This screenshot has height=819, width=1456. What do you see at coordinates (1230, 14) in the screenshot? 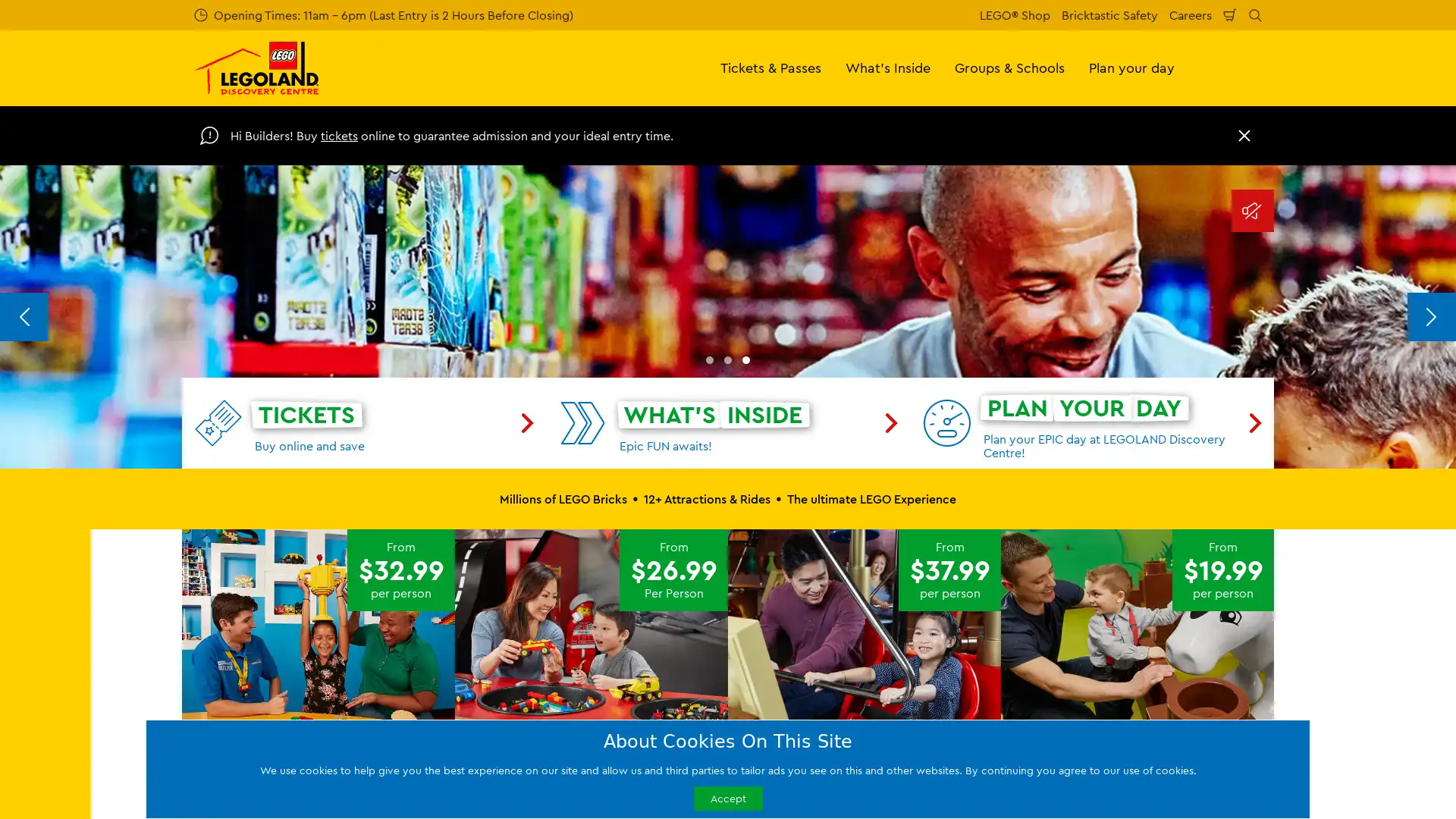
I see `Shopping Cart` at bounding box center [1230, 14].